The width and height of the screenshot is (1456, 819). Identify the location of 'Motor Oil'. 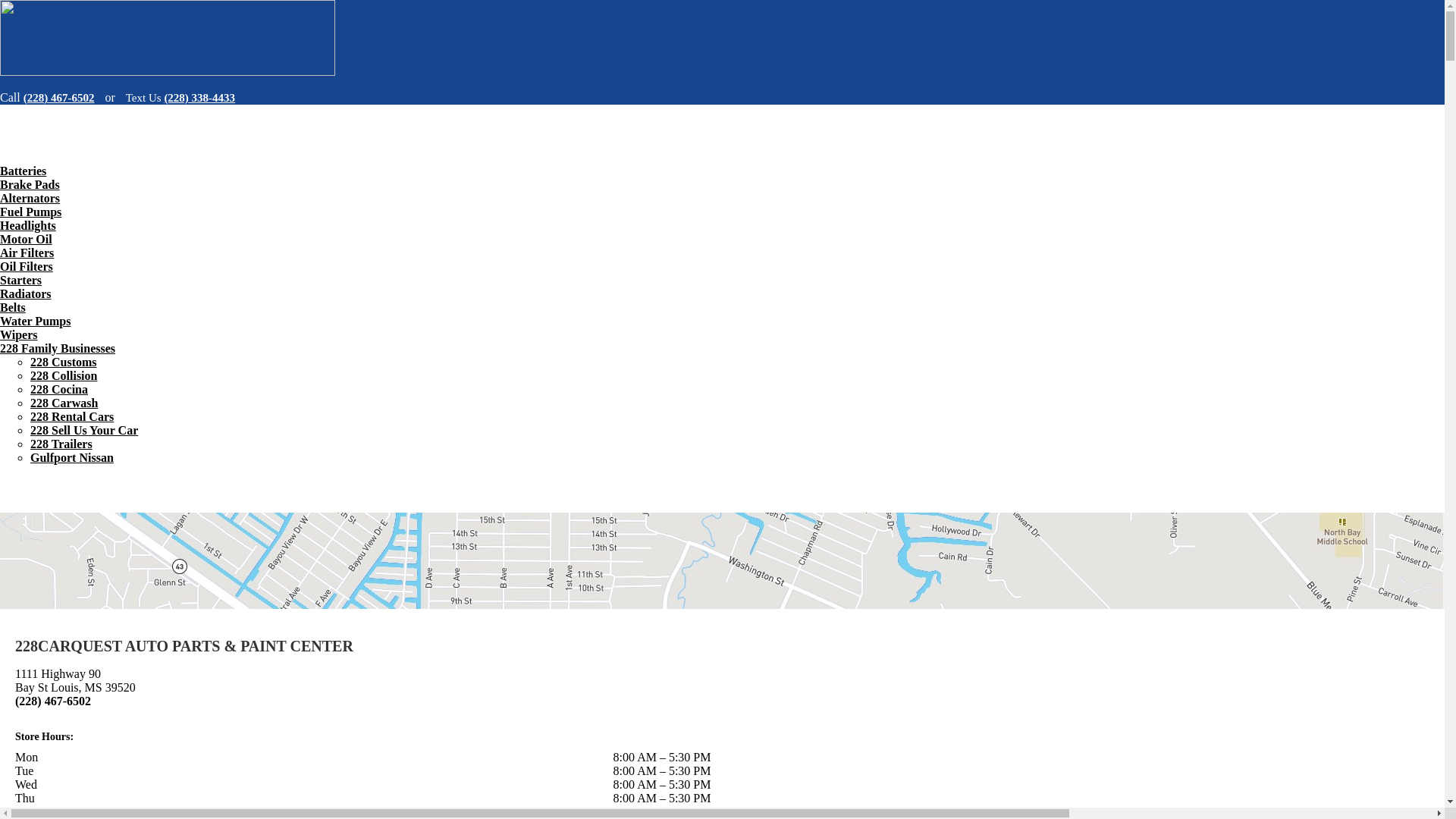
(26, 239).